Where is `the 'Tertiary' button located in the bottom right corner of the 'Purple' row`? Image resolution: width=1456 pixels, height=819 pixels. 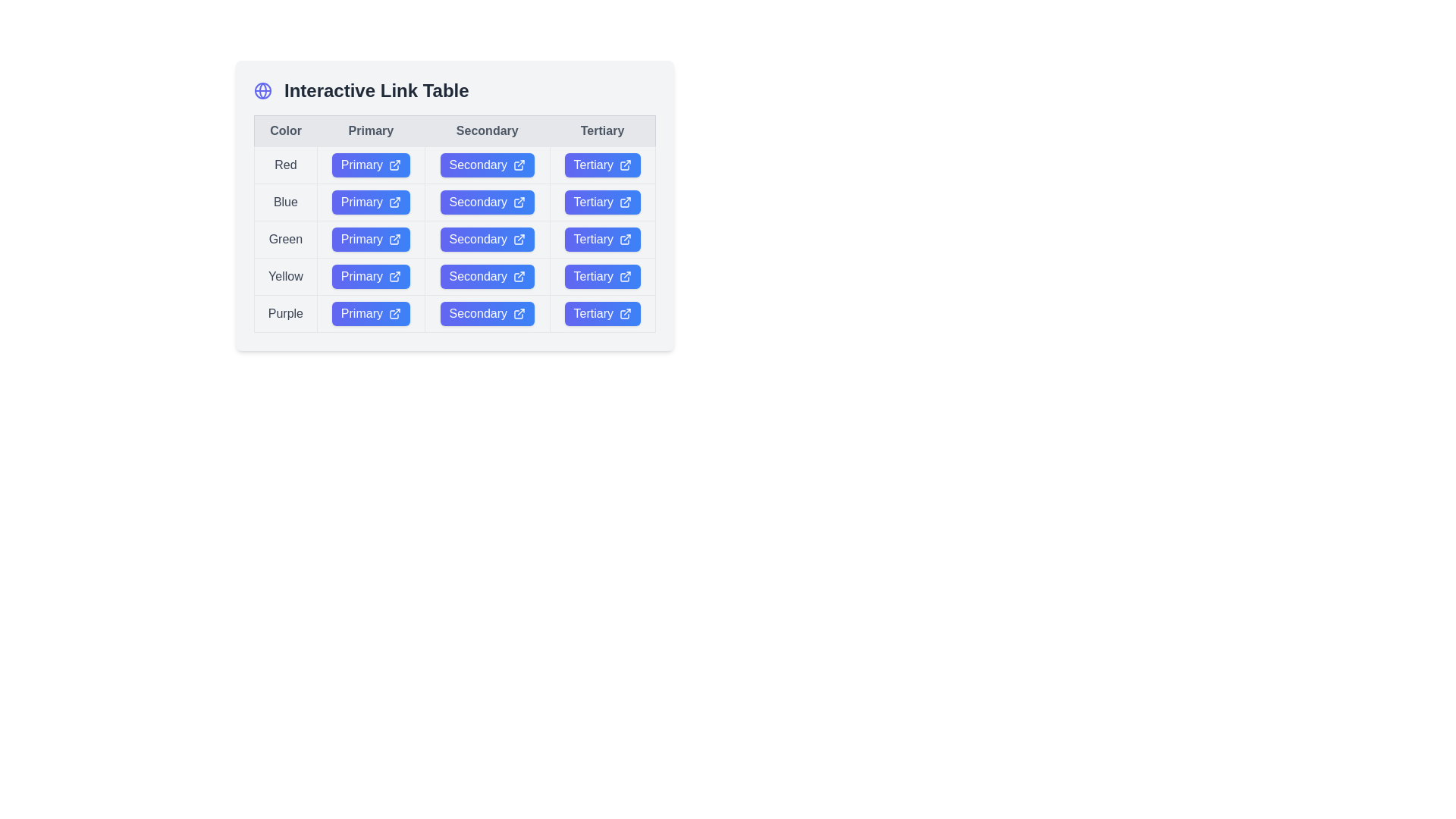 the 'Tertiary' button located in the bottom right corner of the 'Purple' row is located at coordinates (601, 312).